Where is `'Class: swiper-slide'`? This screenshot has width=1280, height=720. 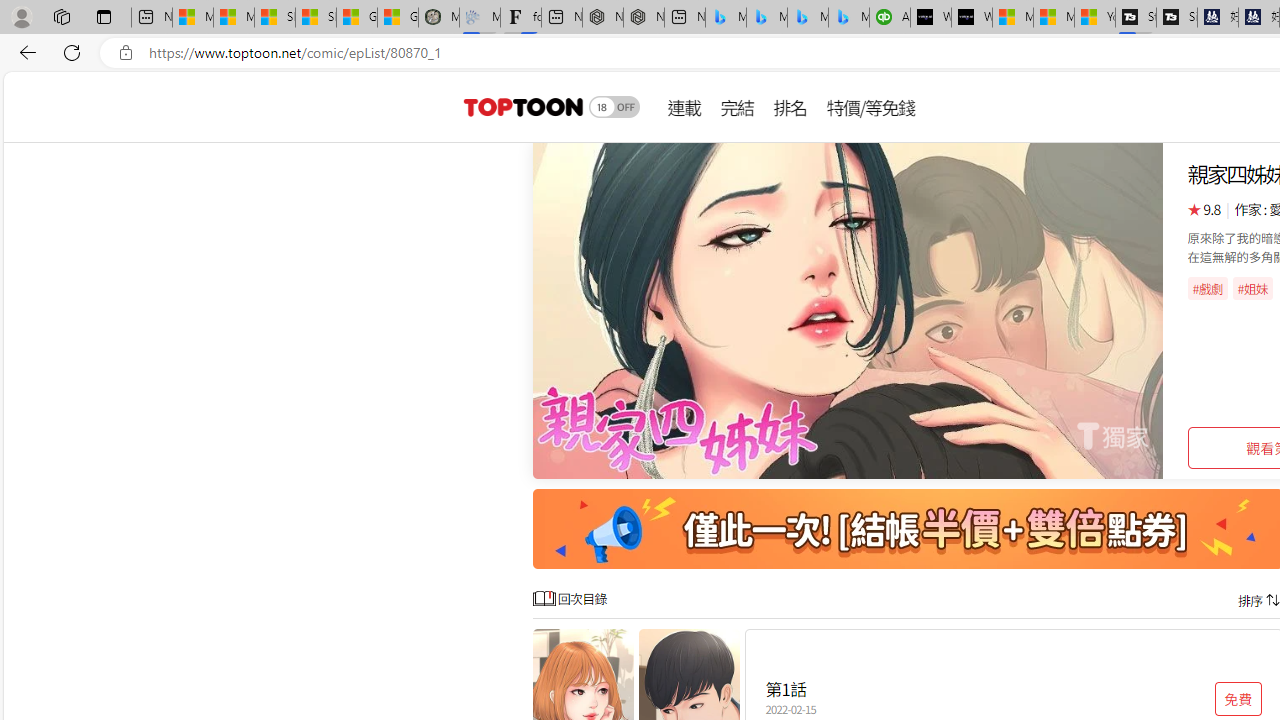 'Class: swiper-slide' is located at coordinates (848, 311).